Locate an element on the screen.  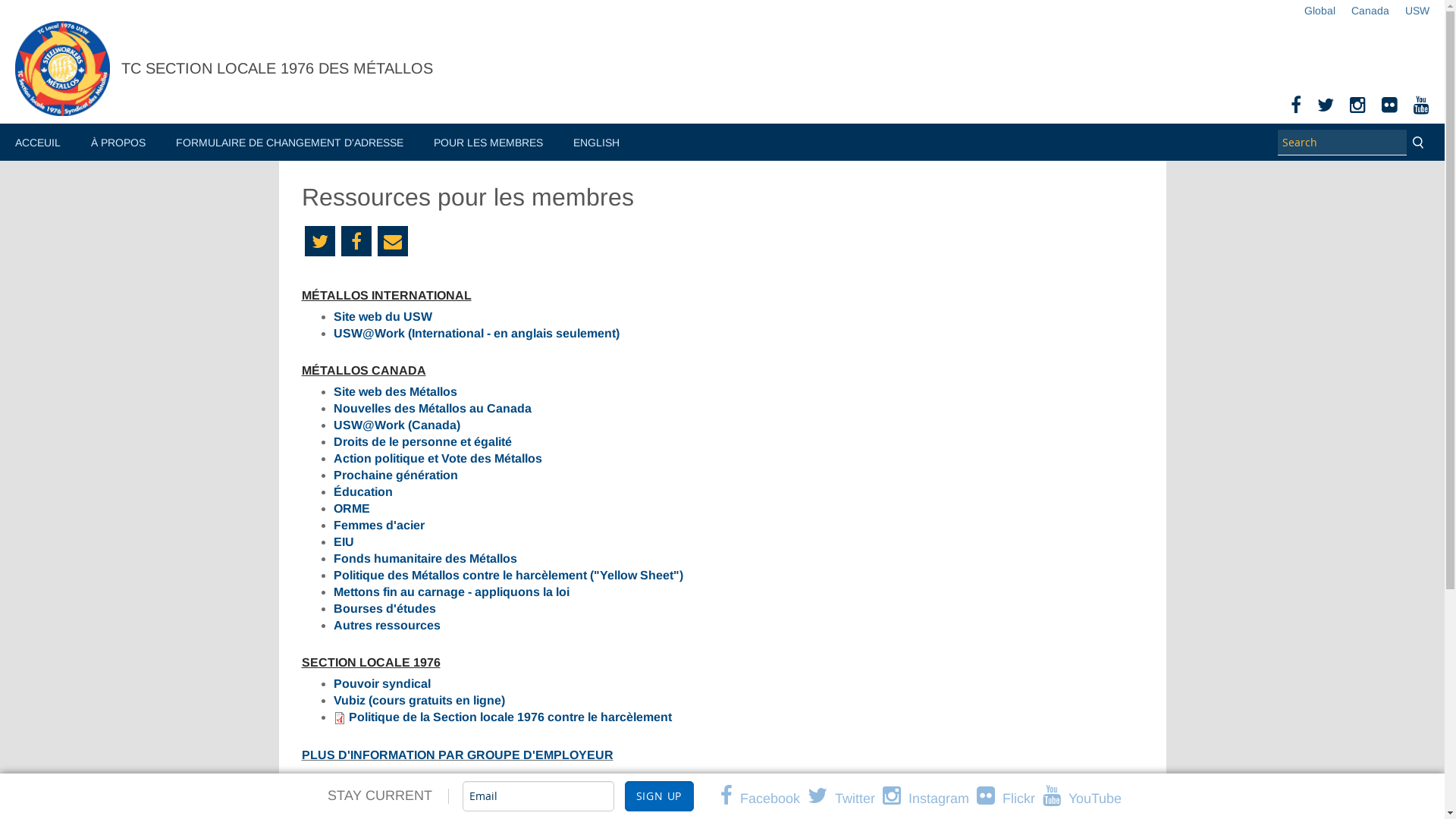
'Vubiz (cours gratuits en ligne)' is located at coordinates (419, 700).